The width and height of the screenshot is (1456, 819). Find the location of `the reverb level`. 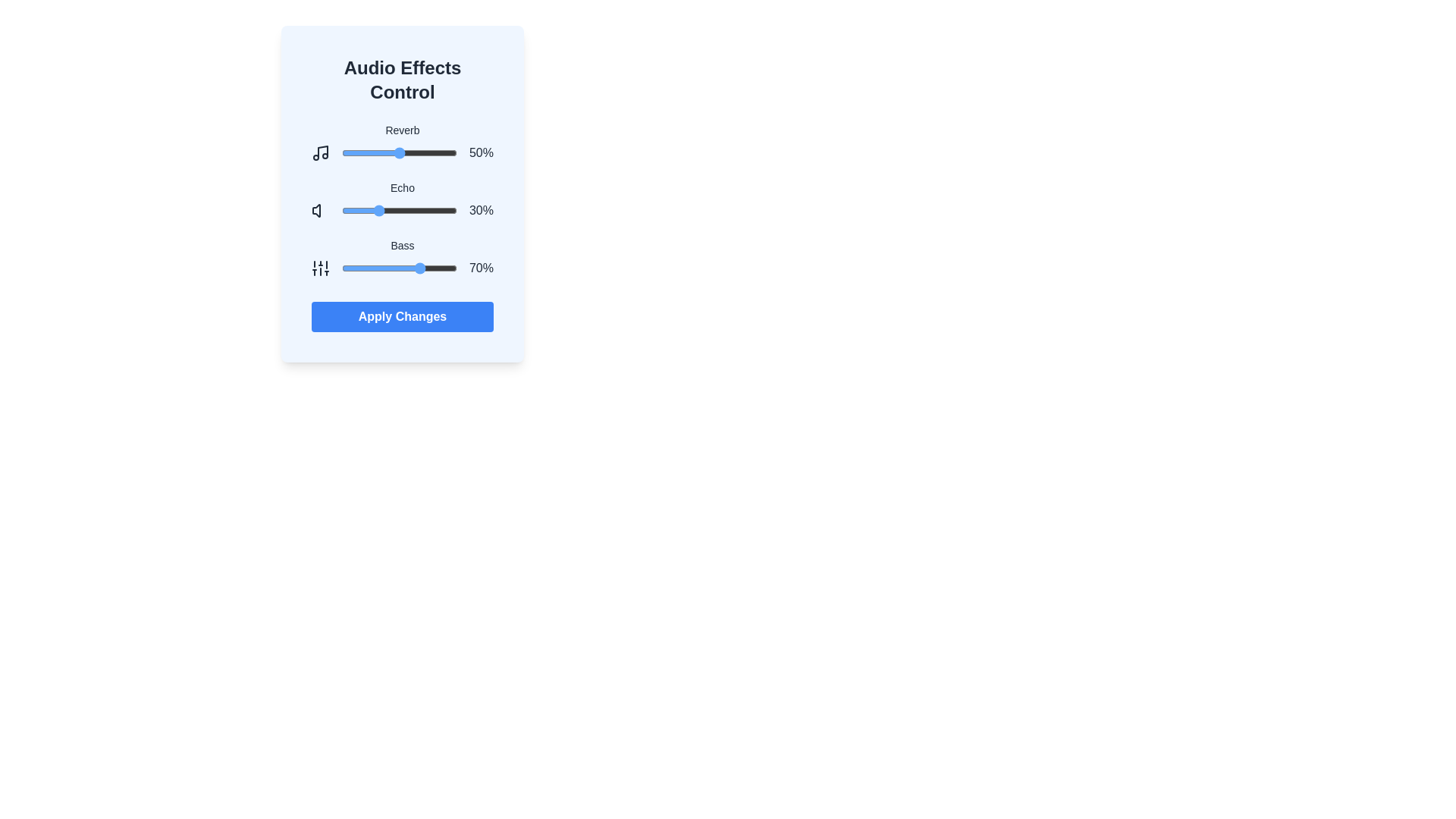

the reverb level is located at coordinates (396, 152).